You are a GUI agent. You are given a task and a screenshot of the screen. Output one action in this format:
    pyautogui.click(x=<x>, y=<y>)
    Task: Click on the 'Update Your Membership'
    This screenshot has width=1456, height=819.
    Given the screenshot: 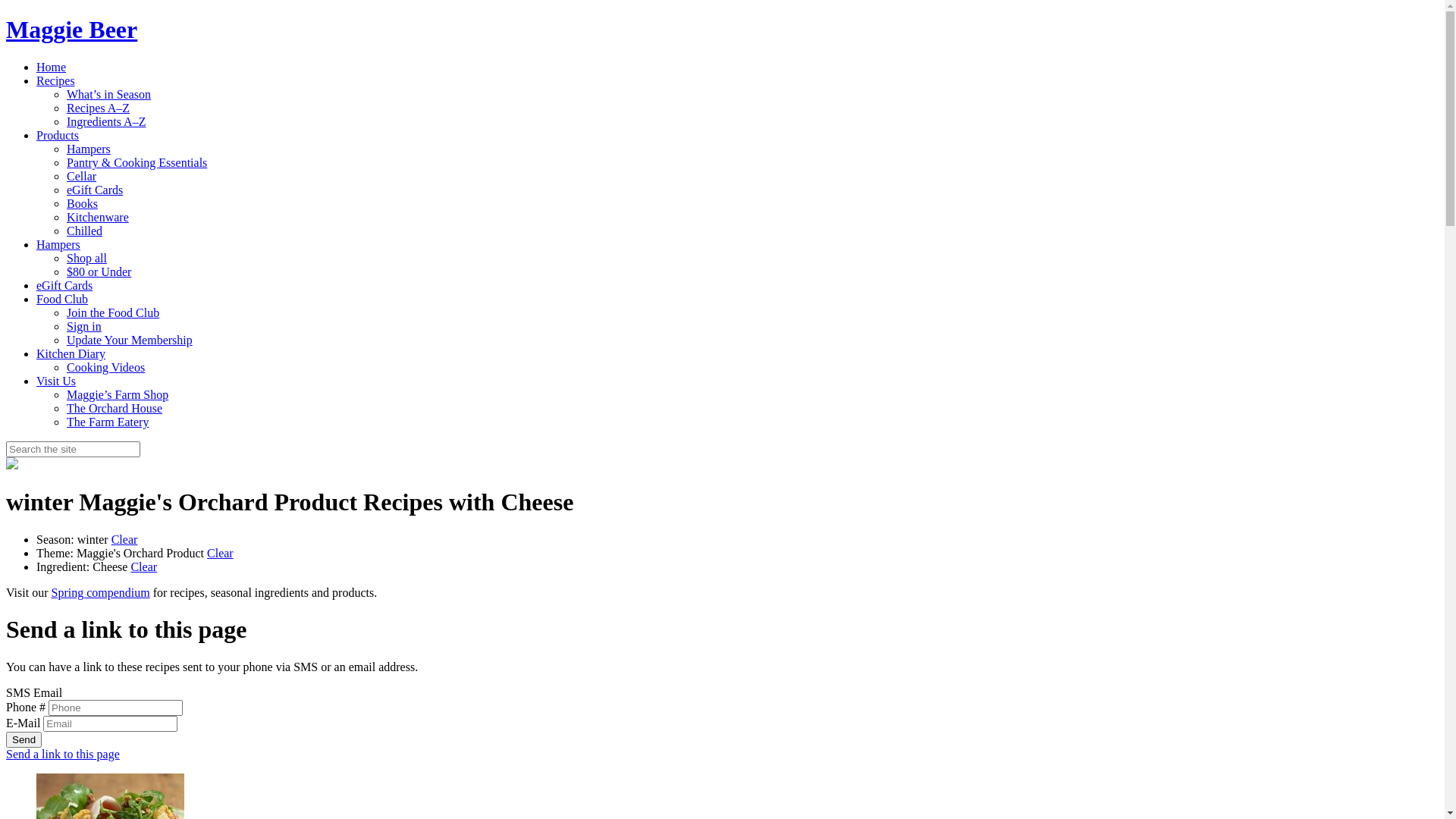 What is the action you would take?
    pyautogui.click(x=65, y=339)
    